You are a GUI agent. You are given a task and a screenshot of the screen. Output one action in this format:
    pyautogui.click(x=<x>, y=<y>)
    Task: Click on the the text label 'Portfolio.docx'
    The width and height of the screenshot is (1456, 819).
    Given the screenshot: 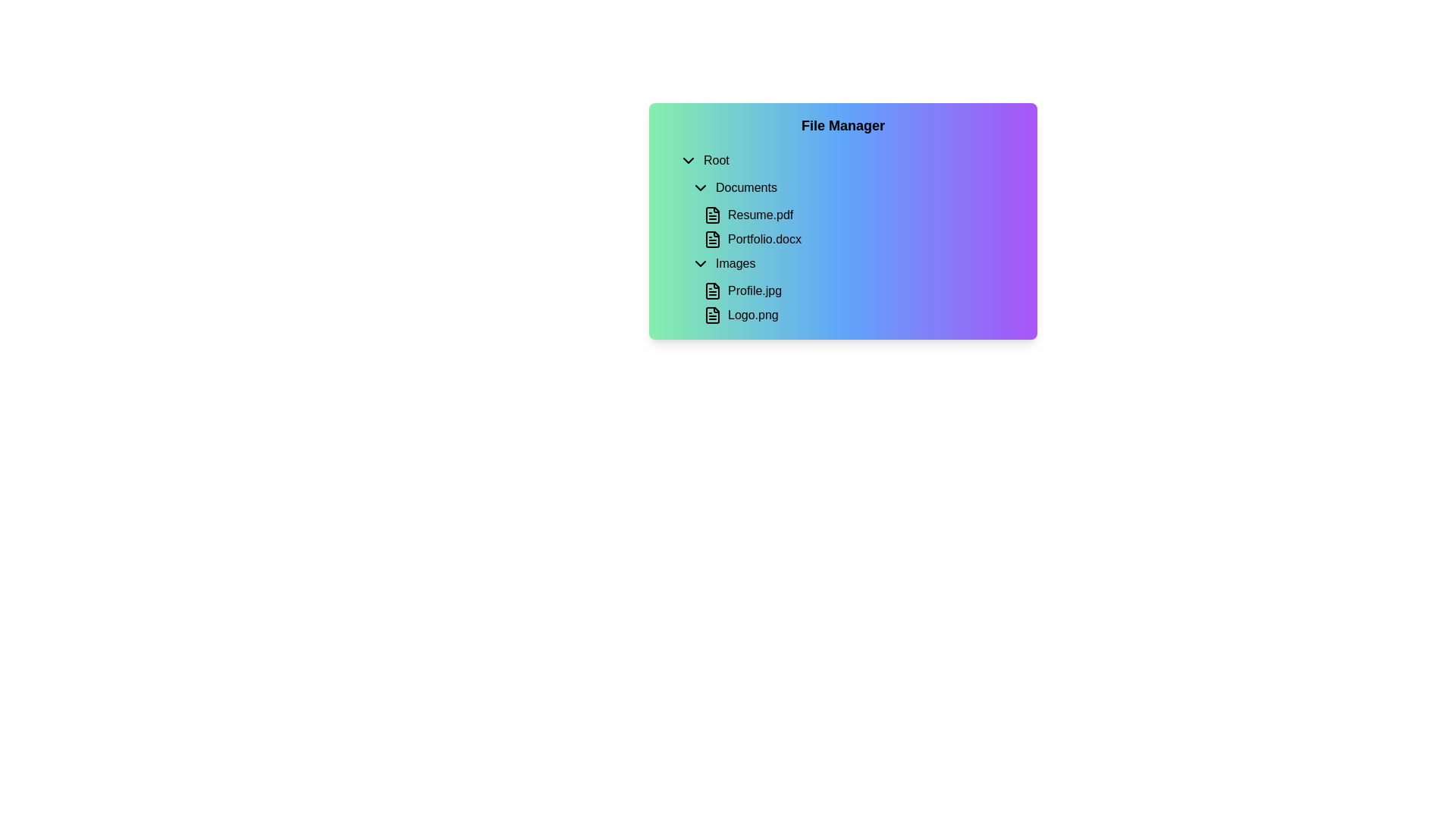 What is the action you would take?
    pyautogui.click(x=764, y=239)
    